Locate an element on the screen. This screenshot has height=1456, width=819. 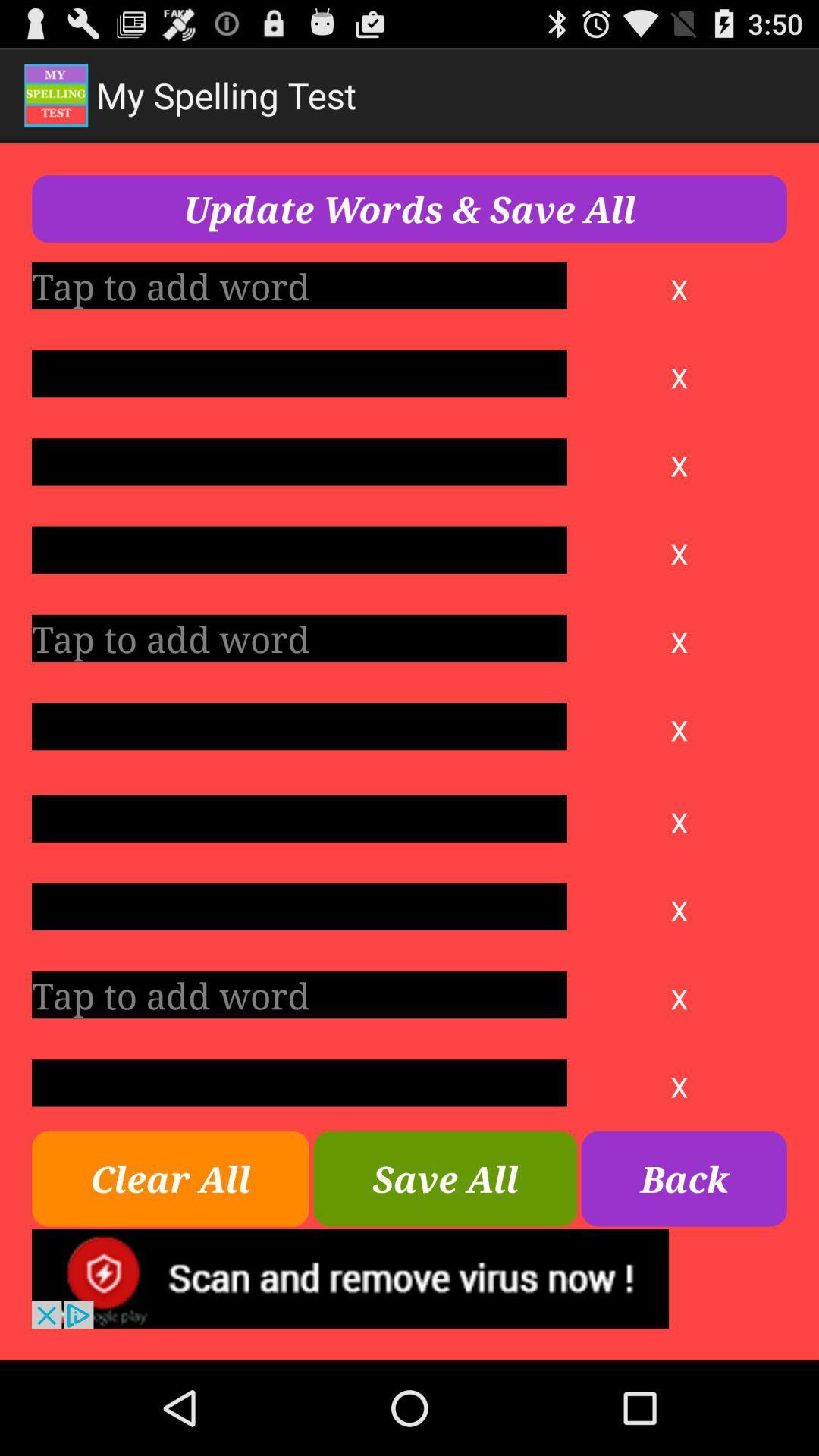
just select option is located at coordinates (299, 374).